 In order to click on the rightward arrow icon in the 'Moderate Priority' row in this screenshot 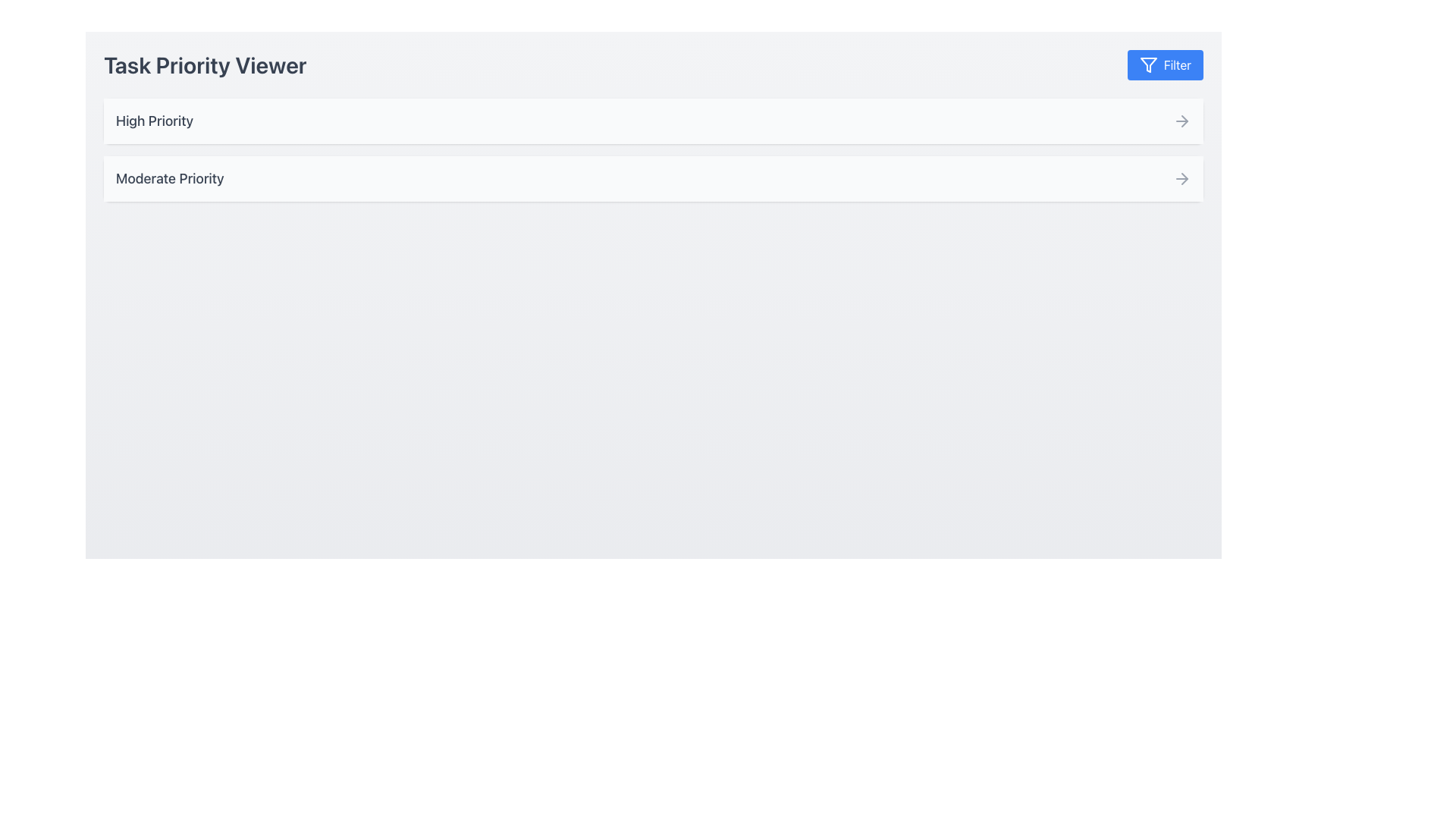, I will do `click(1181, 177)`.